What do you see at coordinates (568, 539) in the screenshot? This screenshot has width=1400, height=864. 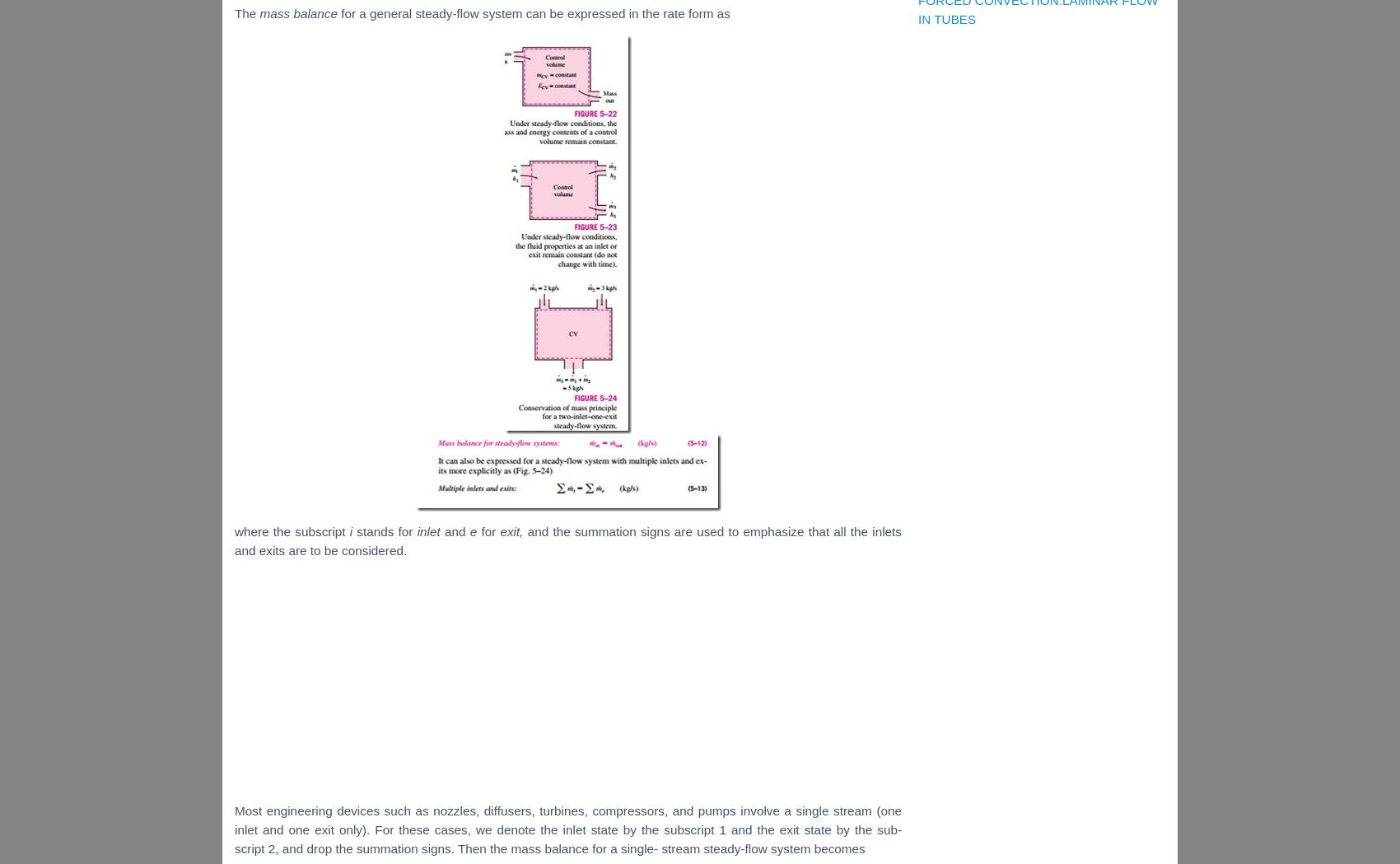 I see `'and the summation signs are used to emphasize that all the inlets and exits are to be considered.'` at bounding box center [568, 539].